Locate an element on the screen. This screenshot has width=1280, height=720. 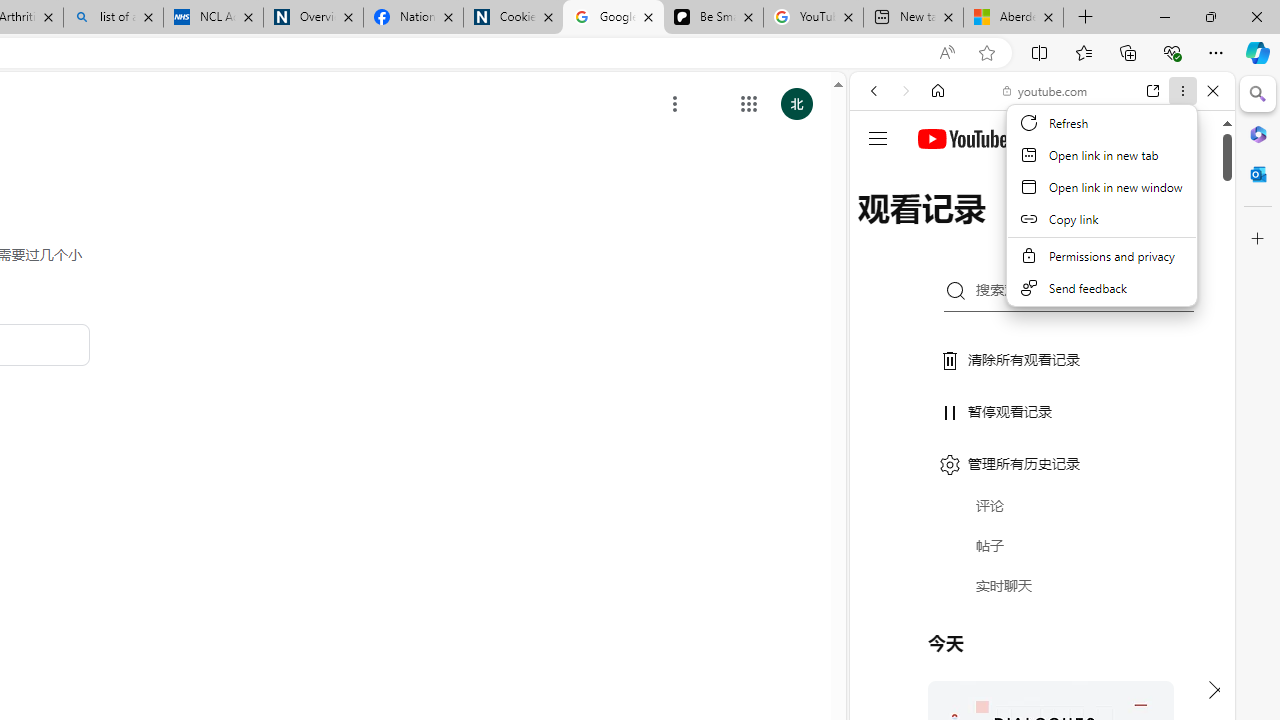
'Search Filter, VIDEOS' is located at coordinates (1006, 227).